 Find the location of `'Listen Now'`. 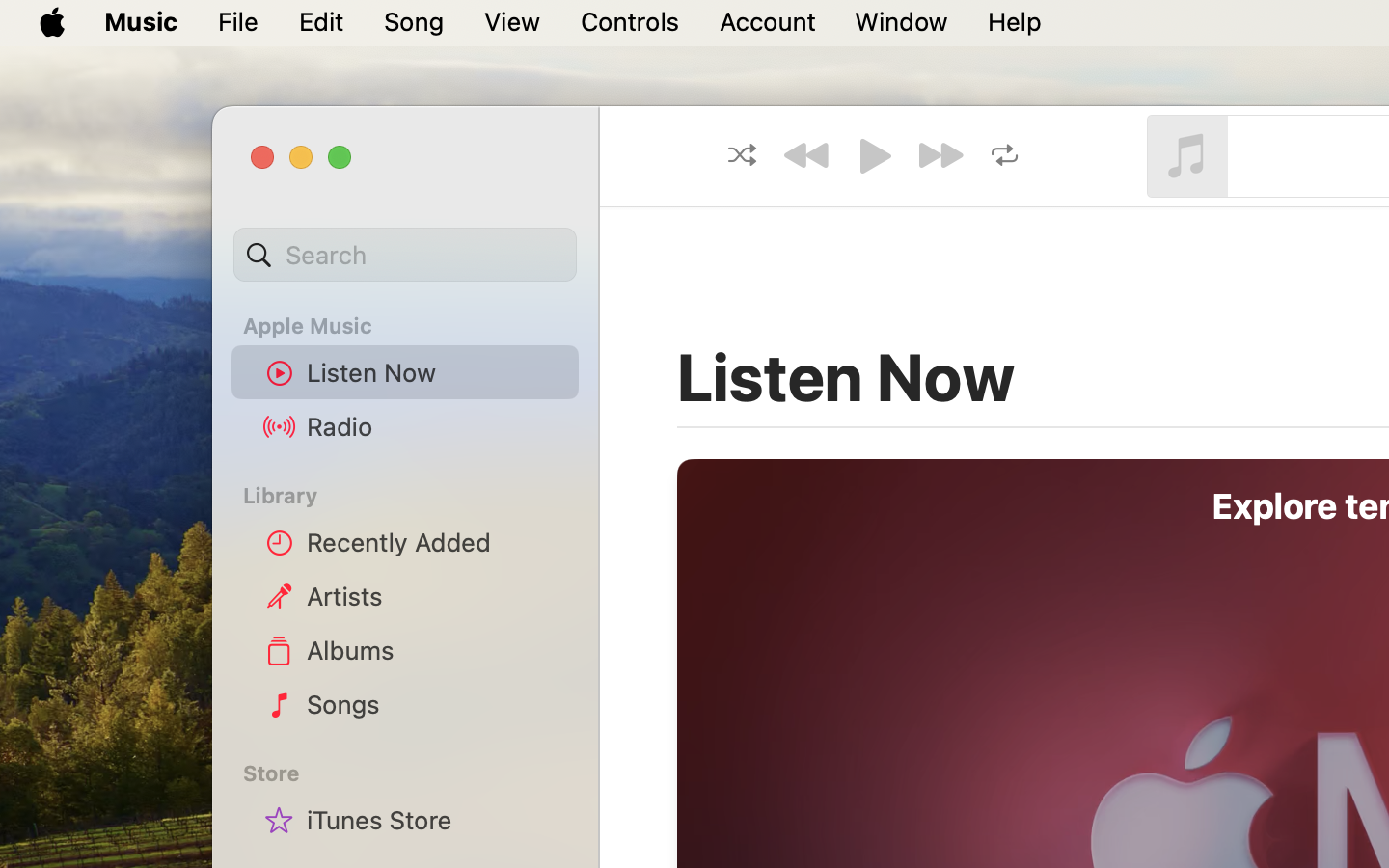

'Listen Now' is located at coordinates (435, 372).